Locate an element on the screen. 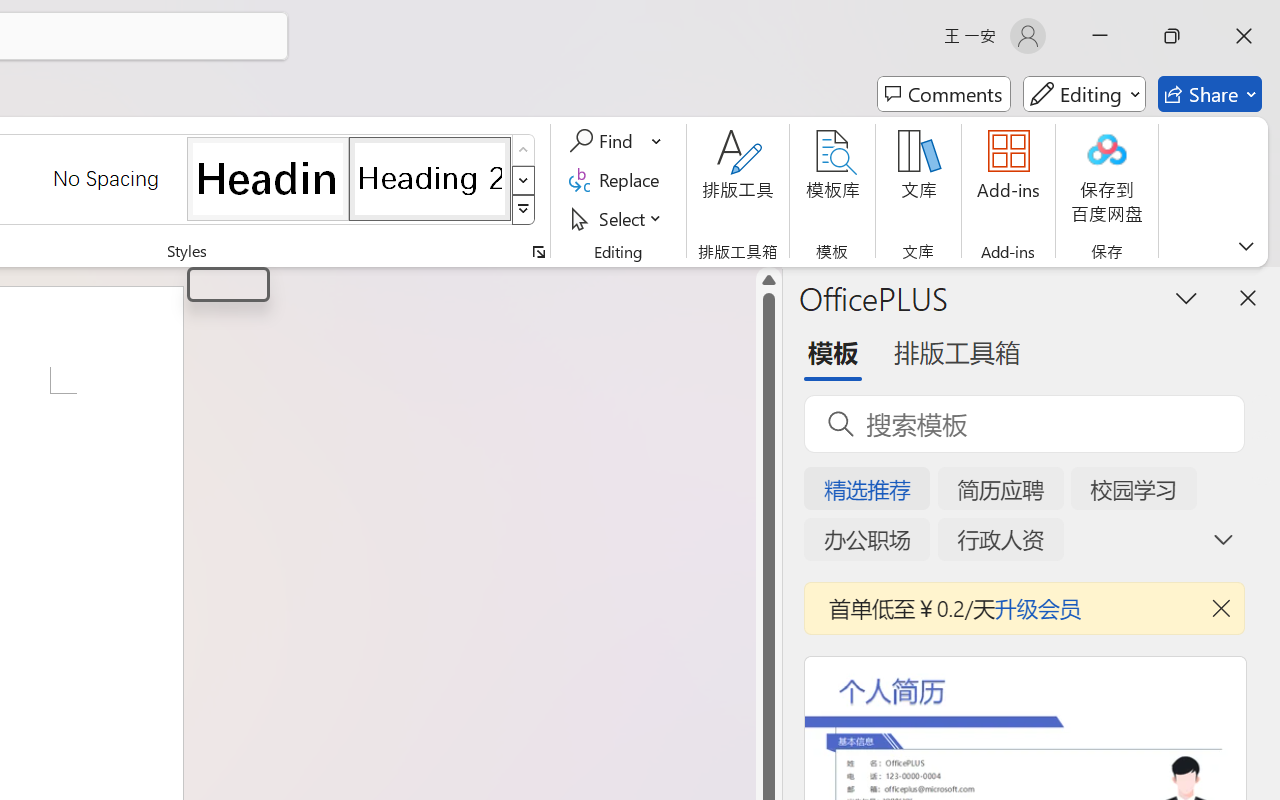 The image size is (1280, 800). 'Row Down' is located at coordinates (523, 179).